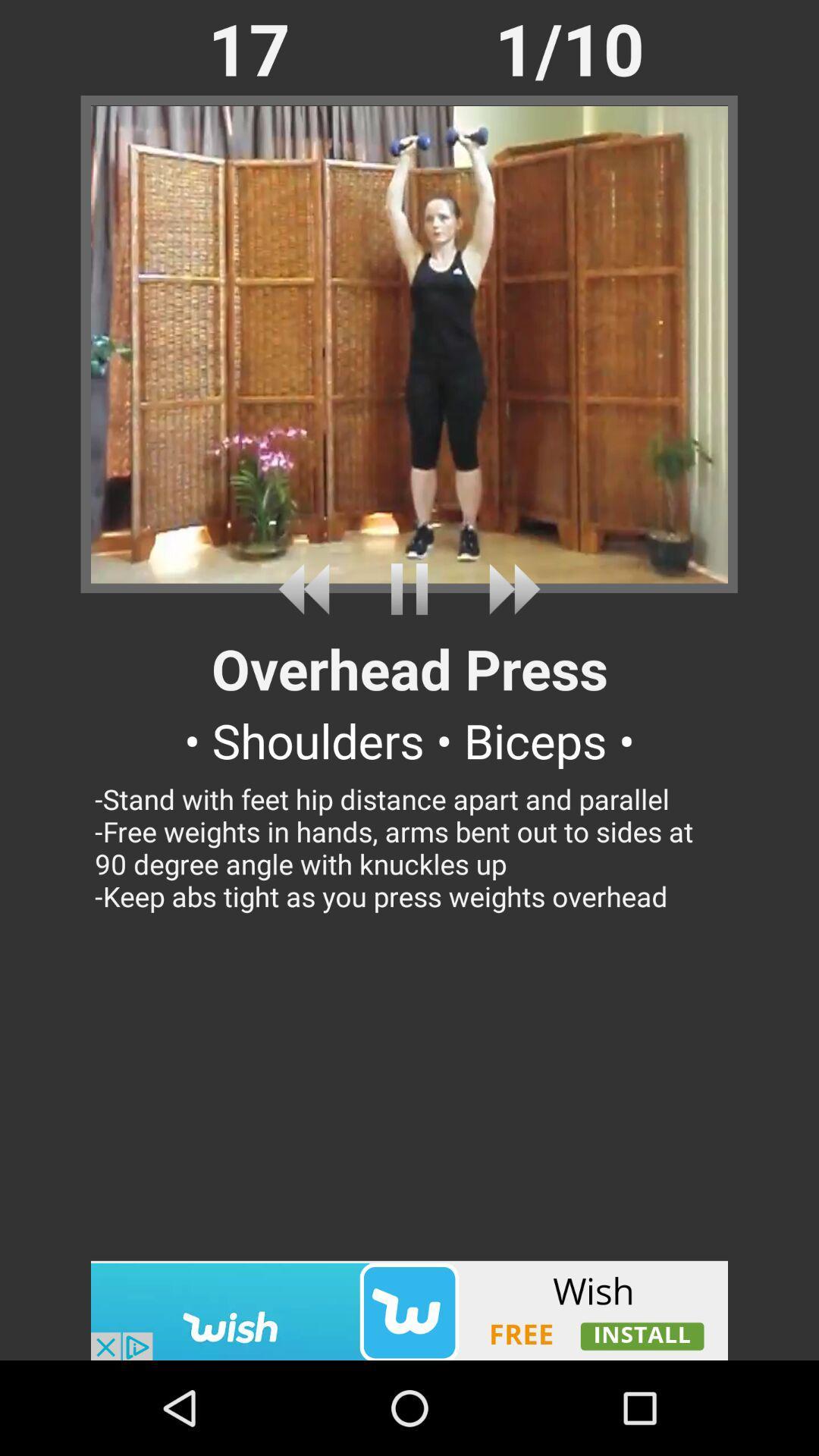 This screenshot has height=1456, width=819. Describe the element at coordinates (409, 588) in the screenshot. I see `pause/resume video` at that location.